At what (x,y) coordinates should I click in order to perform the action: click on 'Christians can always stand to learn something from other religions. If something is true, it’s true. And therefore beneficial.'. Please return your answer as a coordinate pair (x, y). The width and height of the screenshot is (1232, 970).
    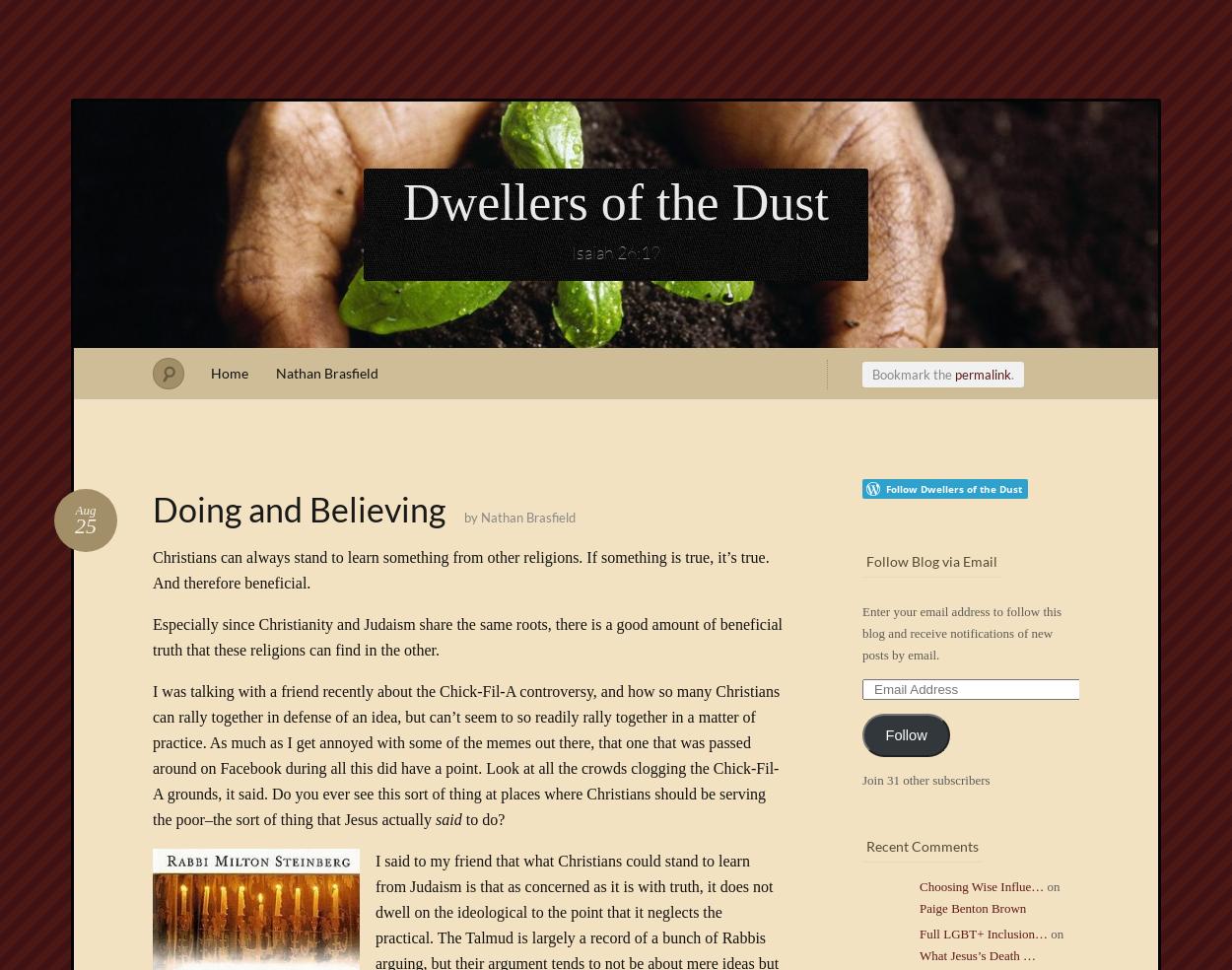
    Looking at the image, I should click on (153, 569).